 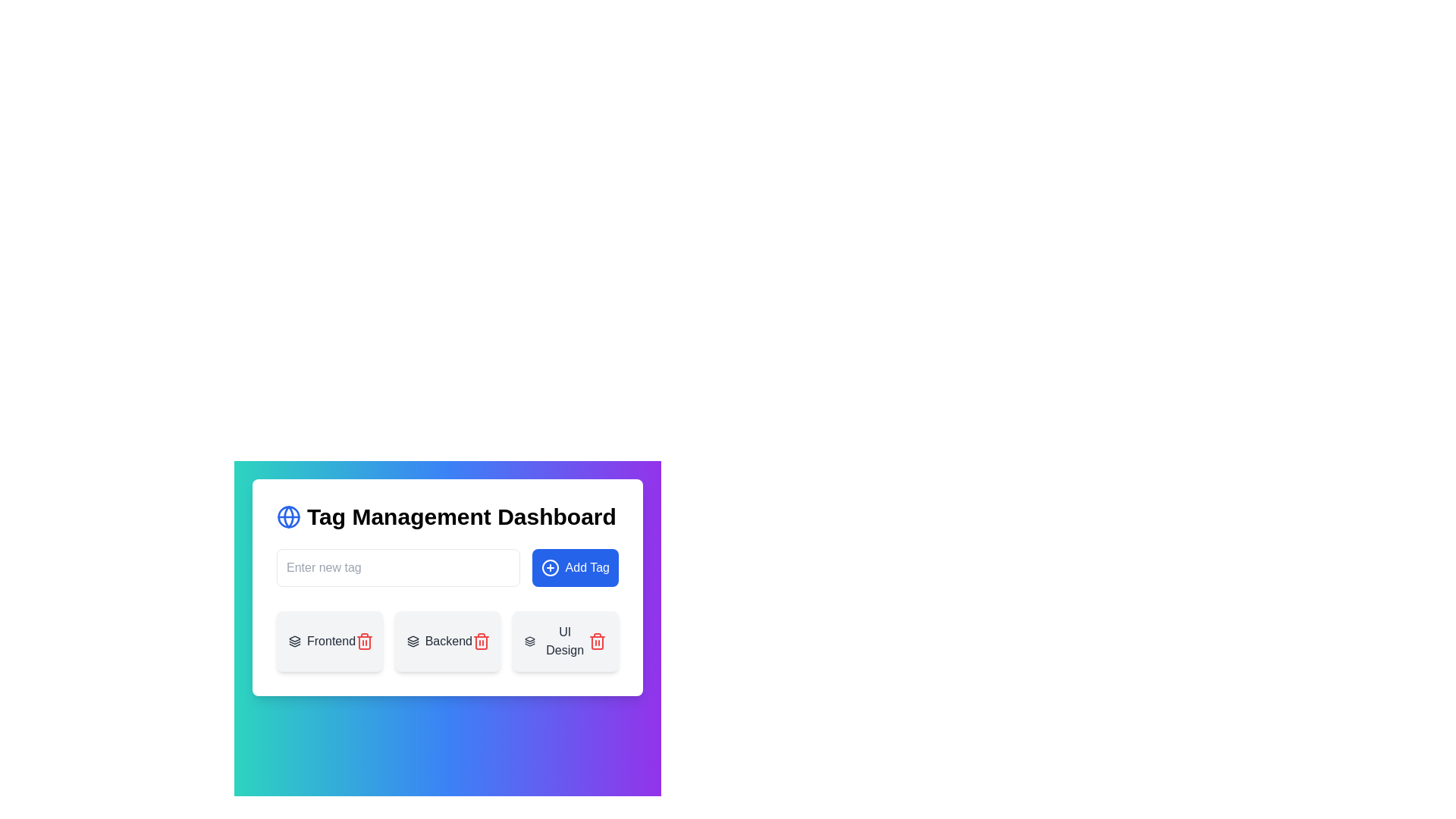 I want to click on the red-colored trash icon at the bottom-right section of the 'UI Design' card, so click(x=596, y=641).